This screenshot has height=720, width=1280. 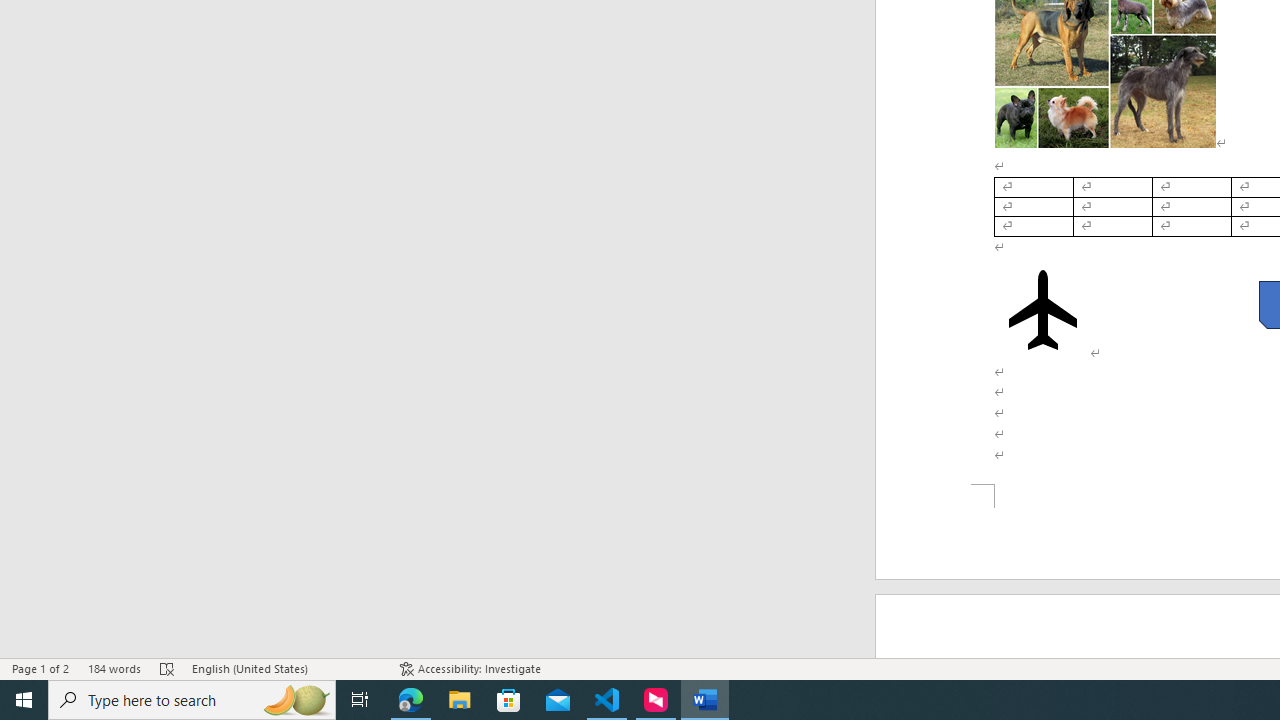 I want to click on 'Language English (United States)', so click(x=285, y=669).